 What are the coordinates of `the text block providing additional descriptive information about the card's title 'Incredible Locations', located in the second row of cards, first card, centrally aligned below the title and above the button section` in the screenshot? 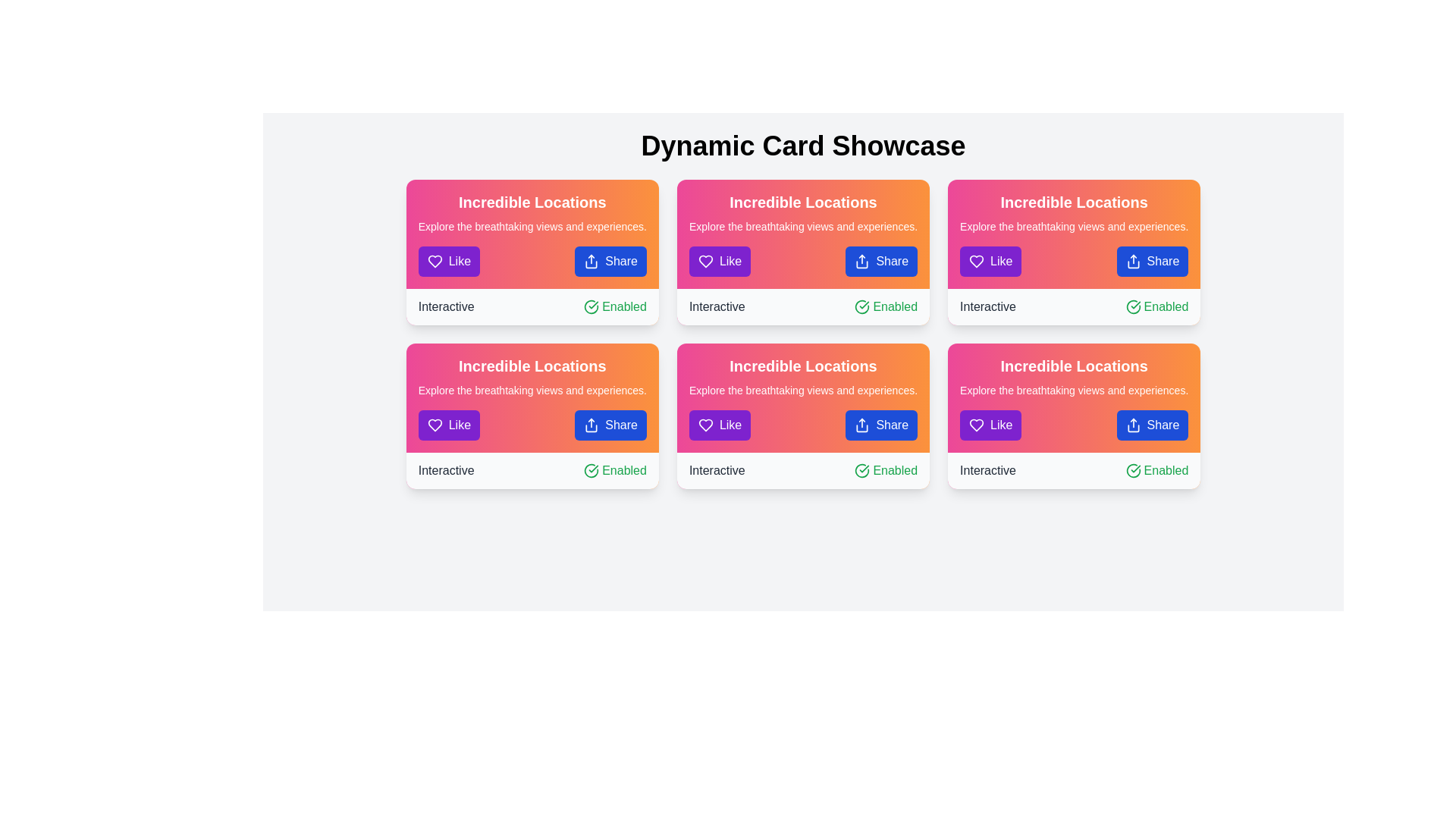 It's located at (802, 227).